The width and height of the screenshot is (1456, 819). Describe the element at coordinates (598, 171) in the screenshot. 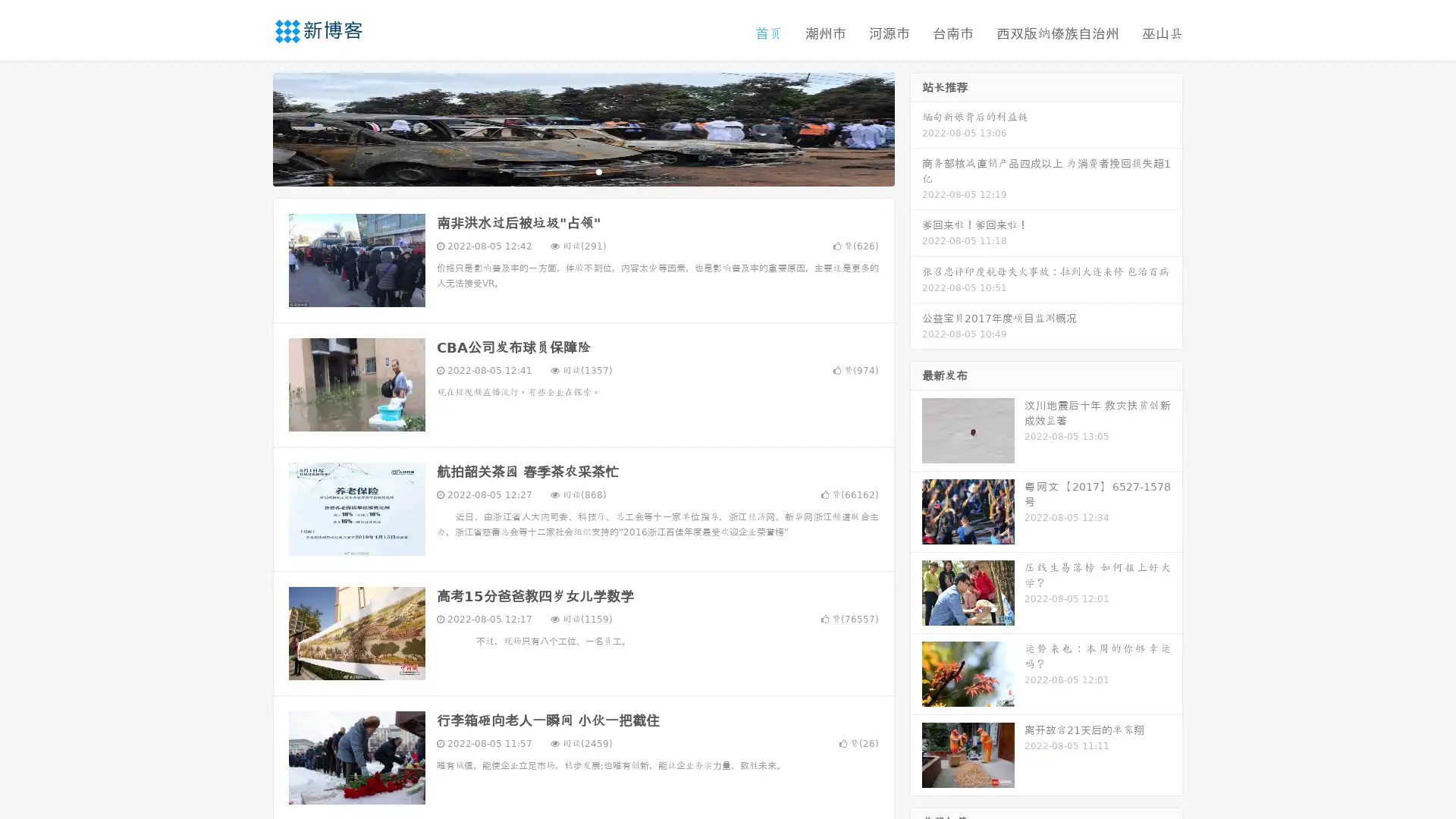

I see `Go to slide 3` at that location.